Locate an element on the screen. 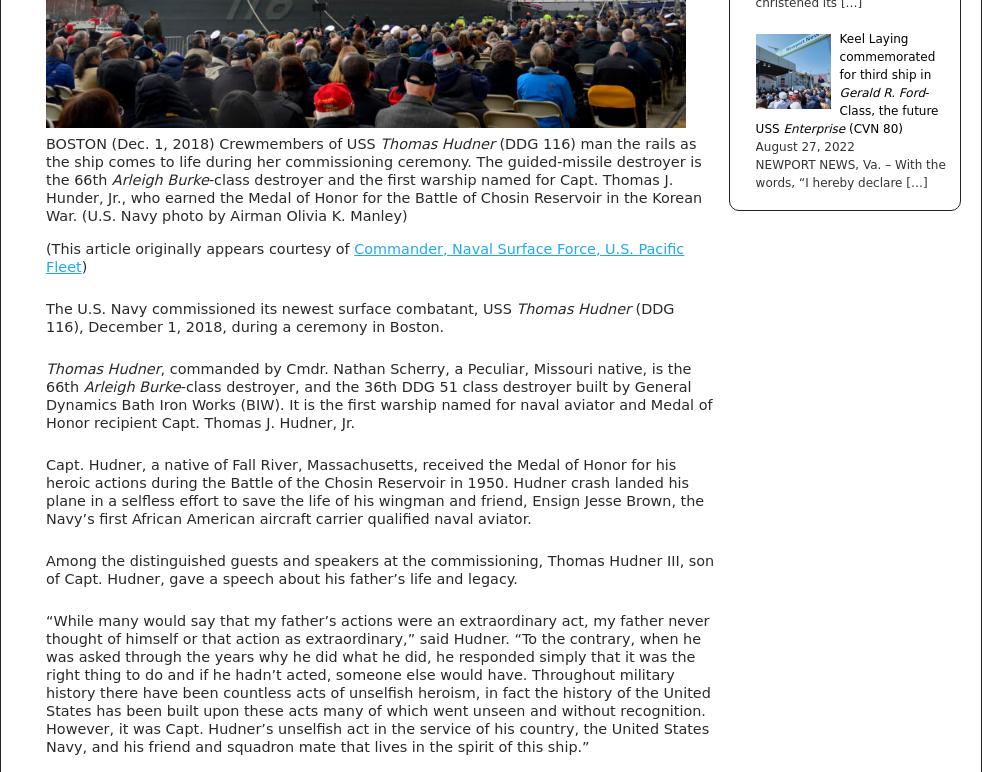 This screenshot has height=772, width=982. '(DDG 116) man the rails as the ship comes to life during her commissioning ceremony. The guided-missile destroyer is the 66th' is located at coordinates (373, 161).